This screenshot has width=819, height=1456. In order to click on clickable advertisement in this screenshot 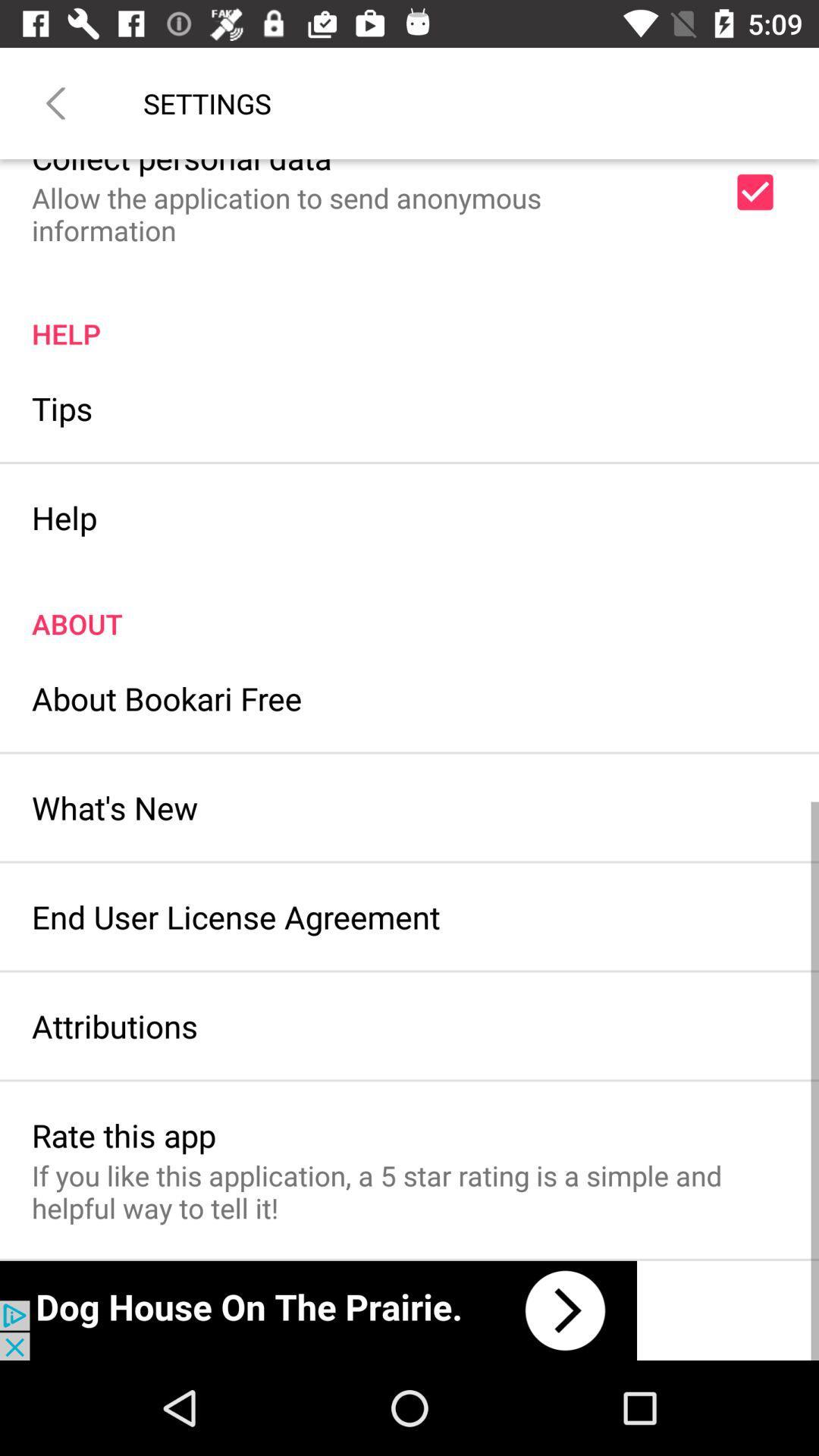, I will do `click(318, 1310)`.